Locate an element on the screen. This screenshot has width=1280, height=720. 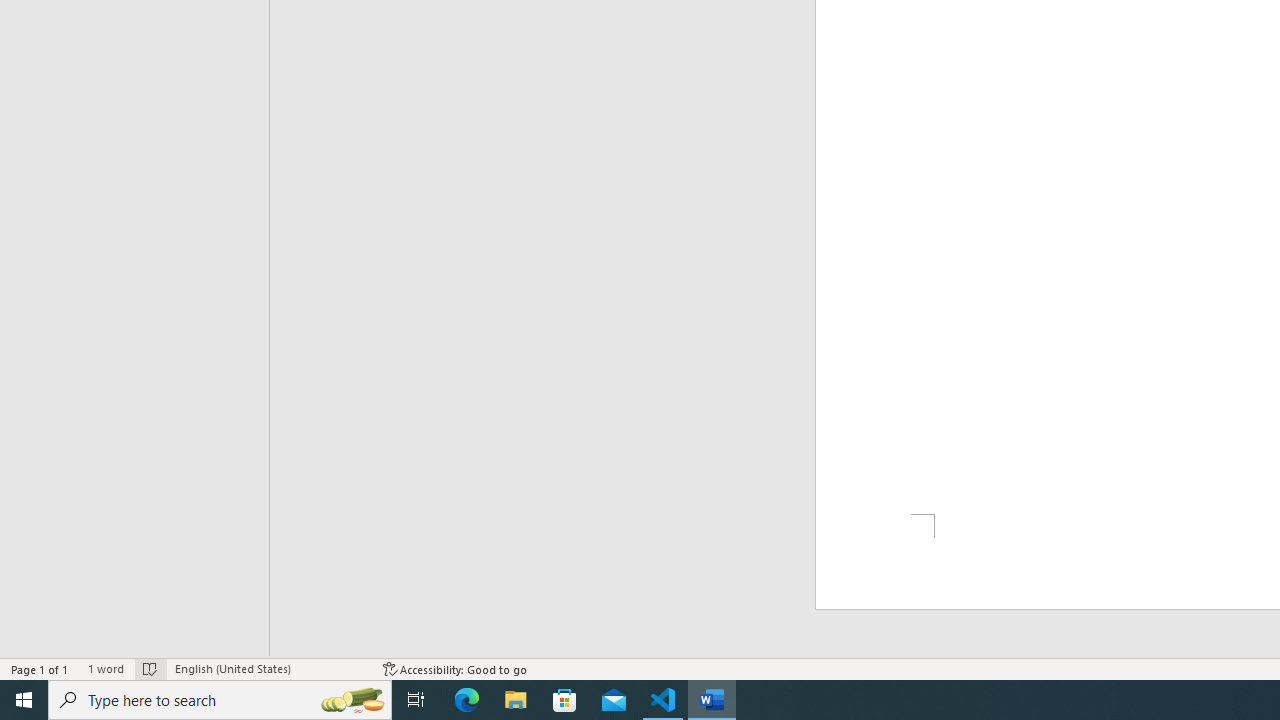
'Accessibility Checker Accessibility: Good to go' is located at coordinates (454, 669).